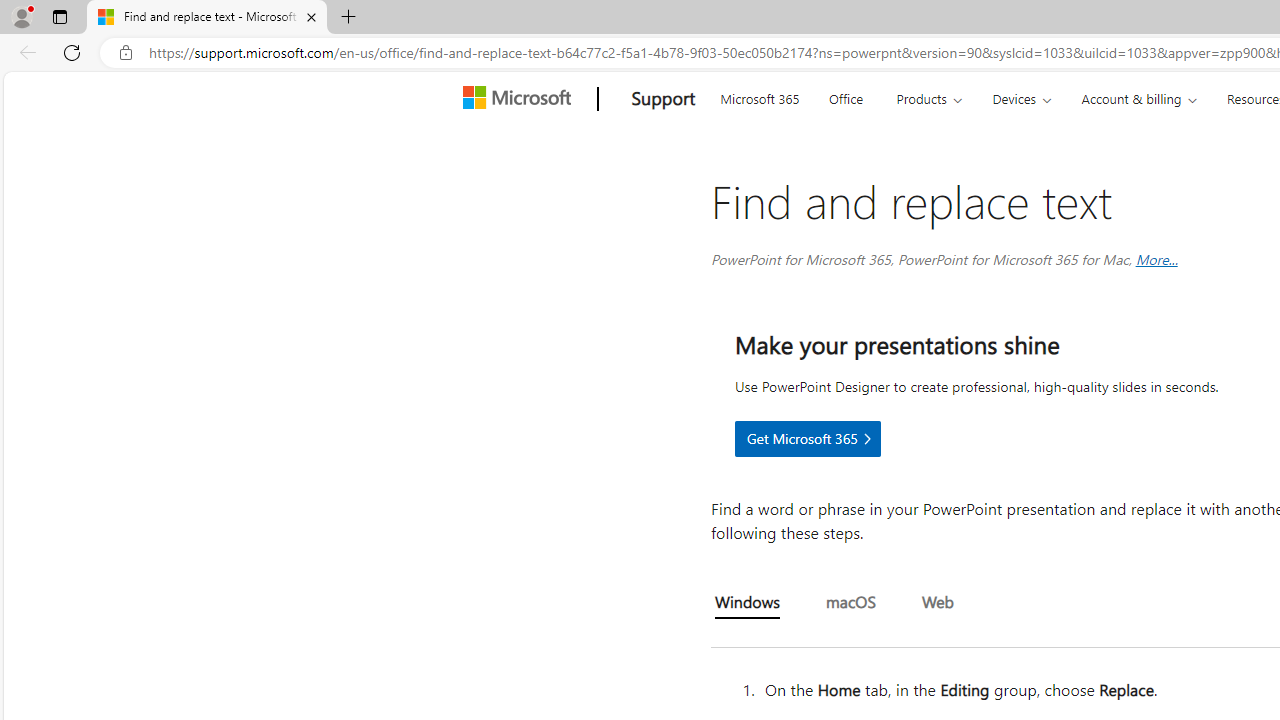 This screenshot has height=720, width=1280. I want to click on 'Support', so click(663, 99).